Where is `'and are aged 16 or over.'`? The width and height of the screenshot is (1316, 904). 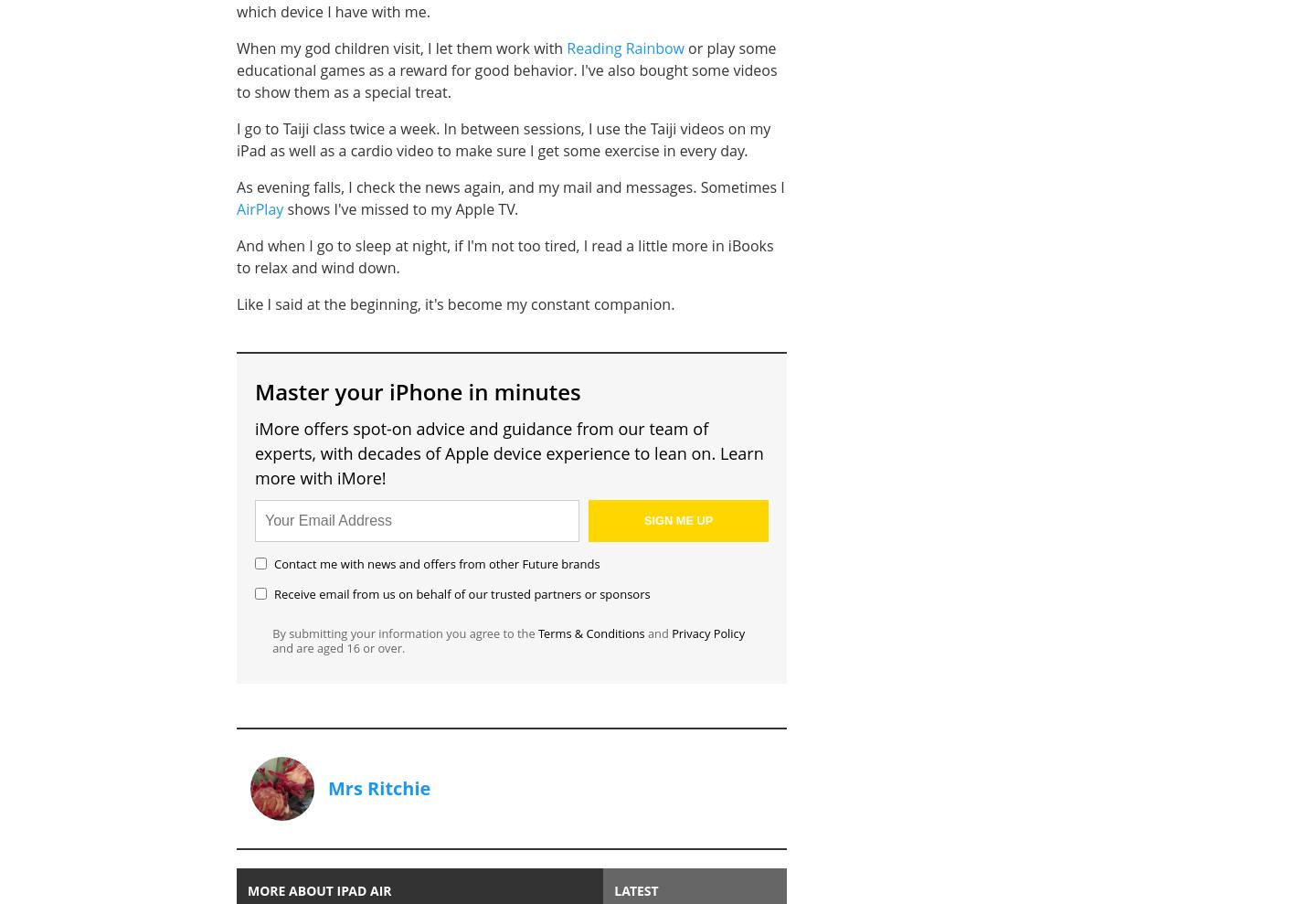
'and are aged 16 or over.' is located at coordinates (337, 647).